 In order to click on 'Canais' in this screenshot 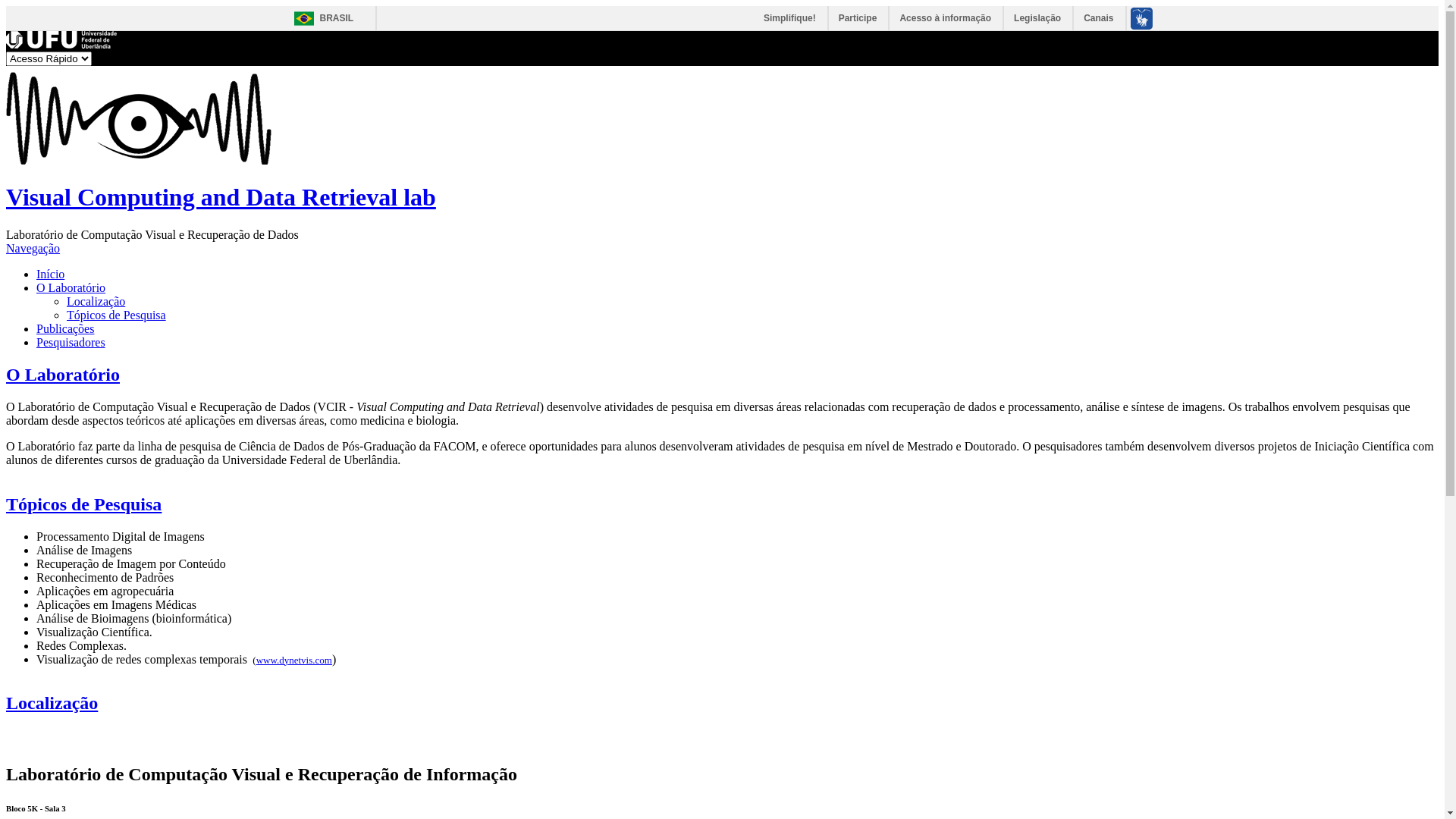, I will do `click(1099, 17)`.